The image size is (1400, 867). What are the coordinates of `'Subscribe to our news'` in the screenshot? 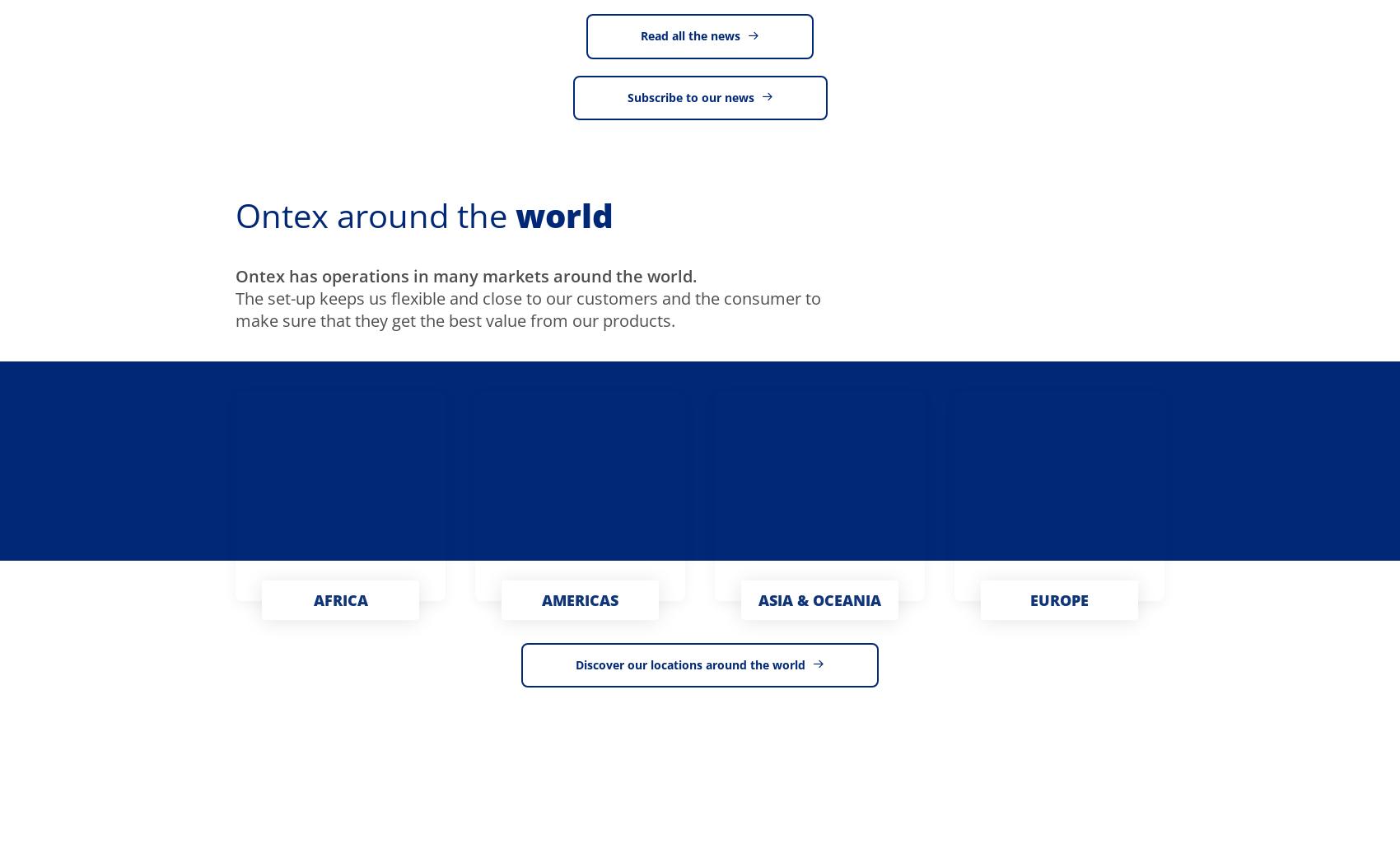 It's located at (688, 97).